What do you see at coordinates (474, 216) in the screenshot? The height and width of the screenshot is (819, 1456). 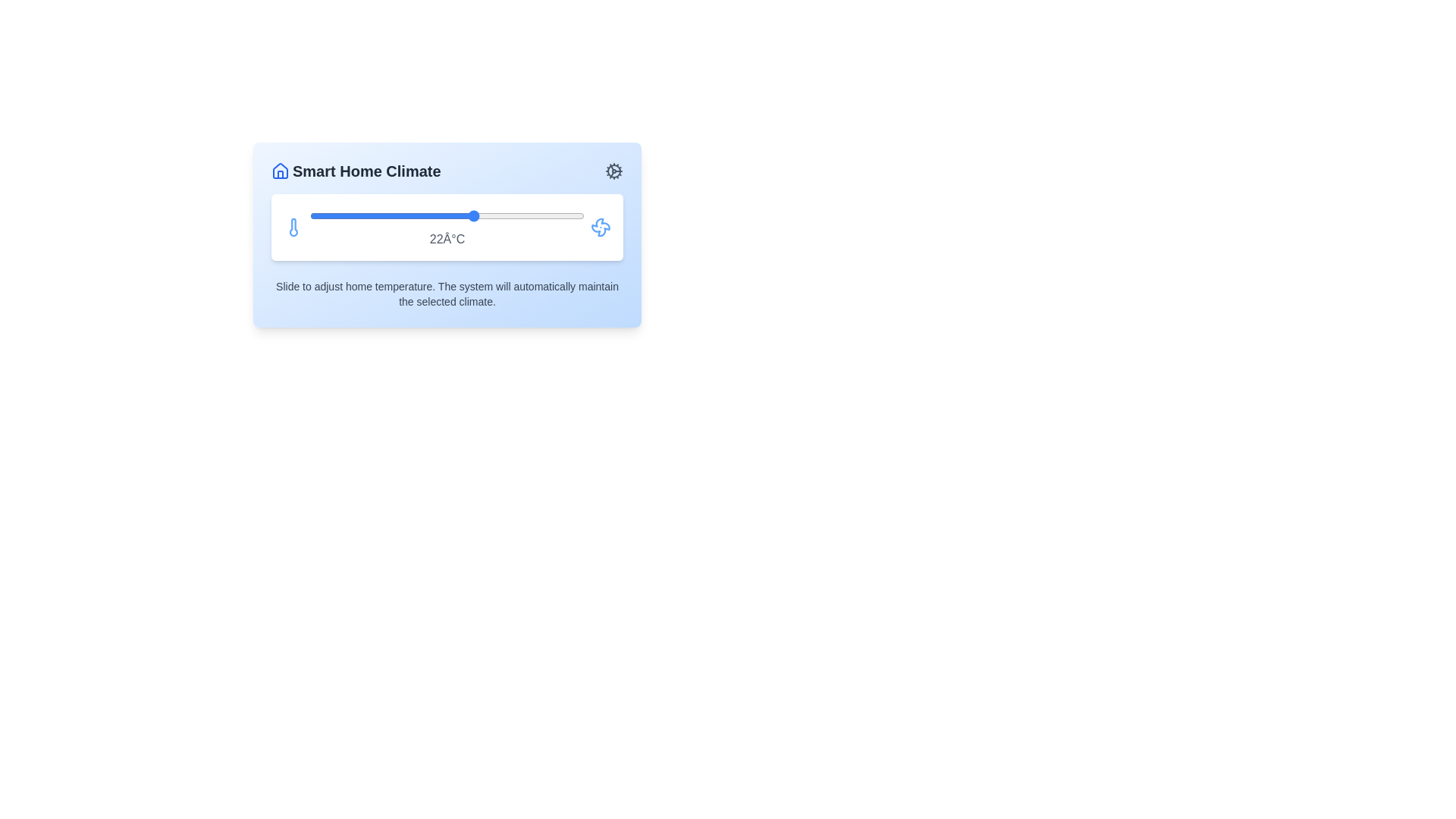 I see `the temperature to 22°C using the slider` at bounding box center [474, 216].